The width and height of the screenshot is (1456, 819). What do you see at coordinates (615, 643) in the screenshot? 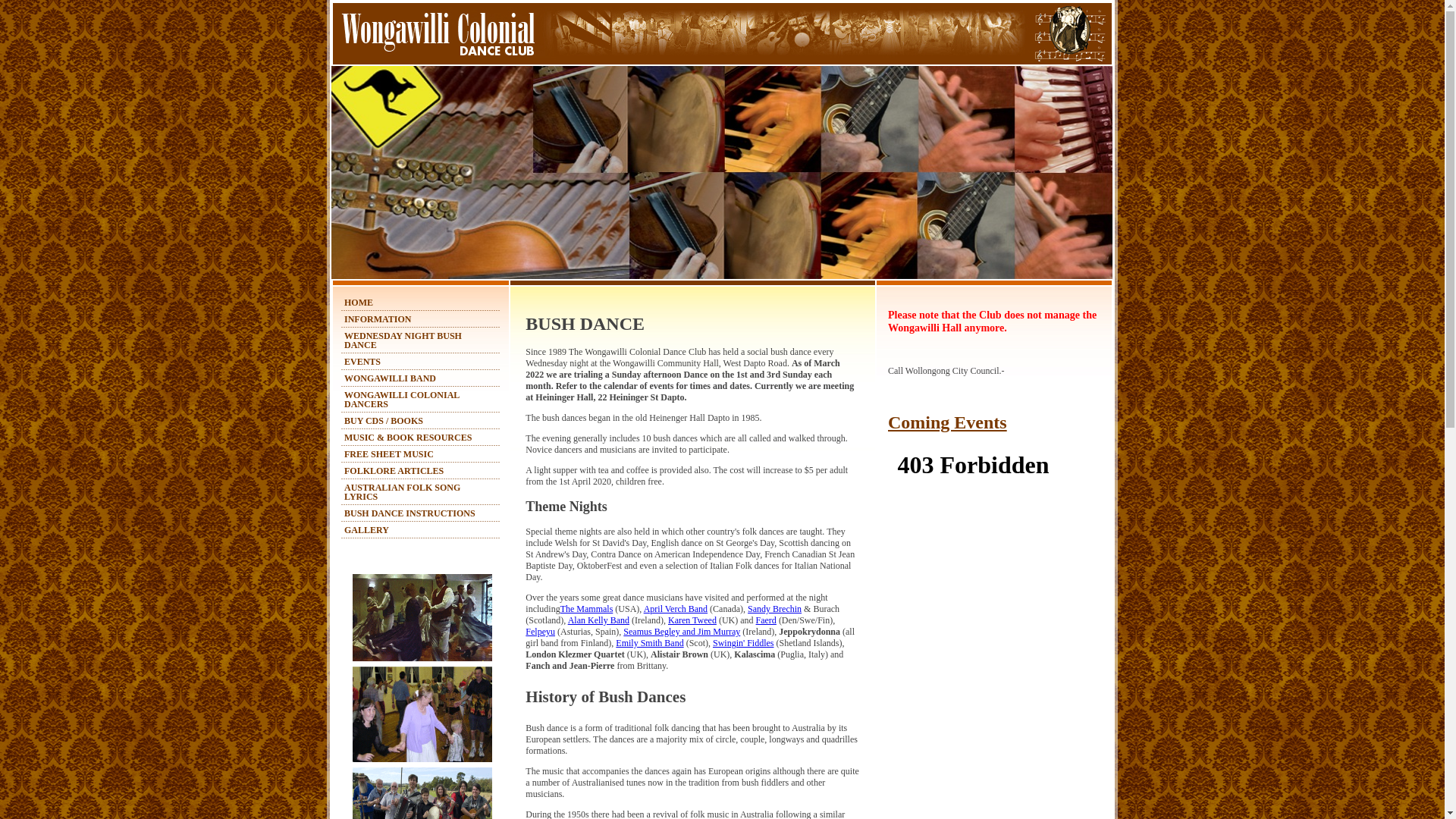
I see `'Emily Smith Band'` at bounding box center [615, 643].